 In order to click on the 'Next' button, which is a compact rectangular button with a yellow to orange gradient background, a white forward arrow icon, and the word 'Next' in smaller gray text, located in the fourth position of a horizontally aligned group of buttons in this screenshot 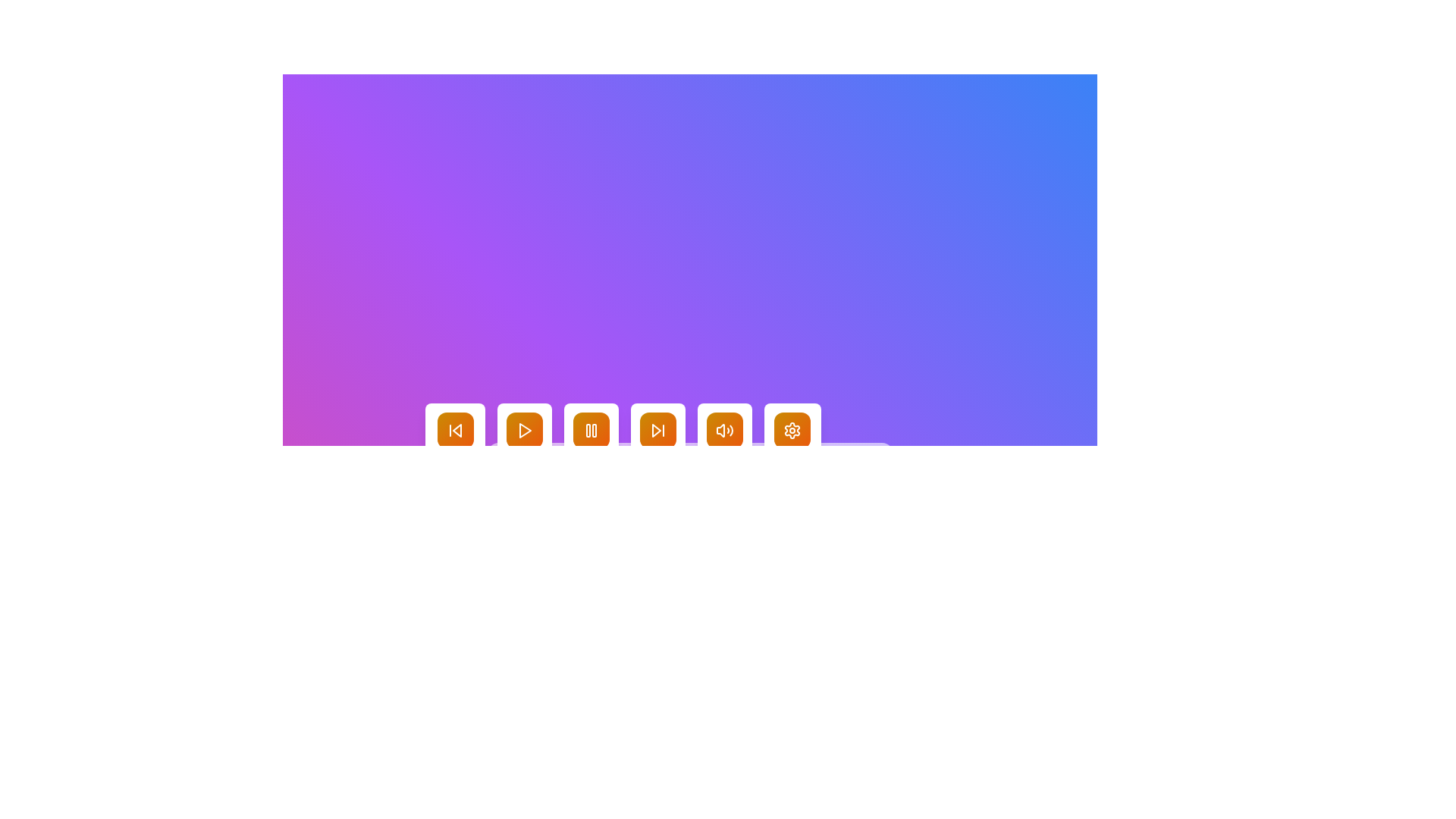, I will do `click(657, 441)`.